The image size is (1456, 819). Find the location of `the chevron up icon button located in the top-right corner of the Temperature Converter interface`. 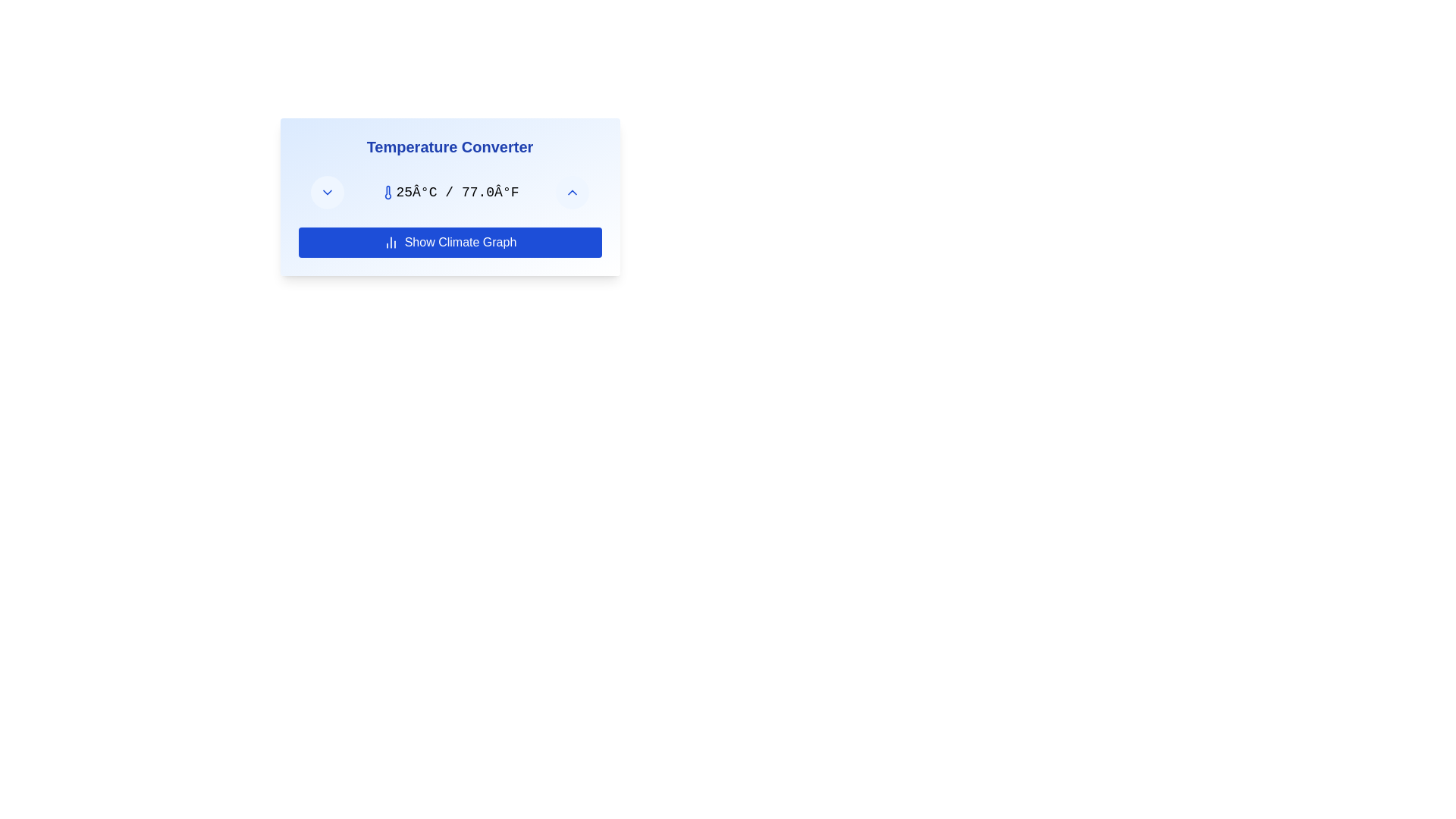

the chevron up icon button located in the top-right corner of the Temperature Converter interface is located at coordinates (572, 192).